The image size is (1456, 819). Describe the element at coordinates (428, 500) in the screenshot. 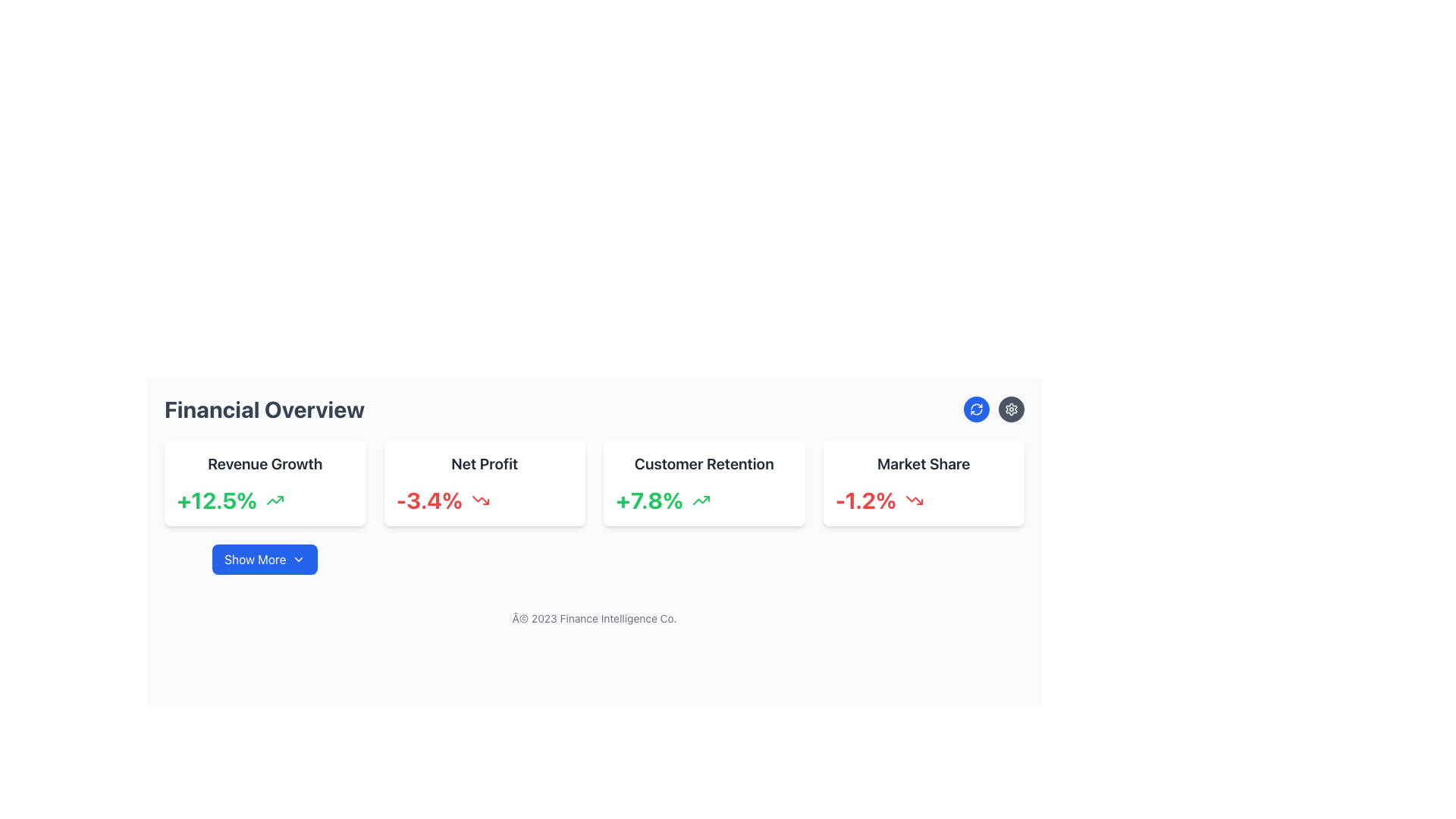

I see `the 'Net Profit' text element which indicates a decrease in red color, positioned between 'Revenue Growth' and 'Customer Retention'` at that location.